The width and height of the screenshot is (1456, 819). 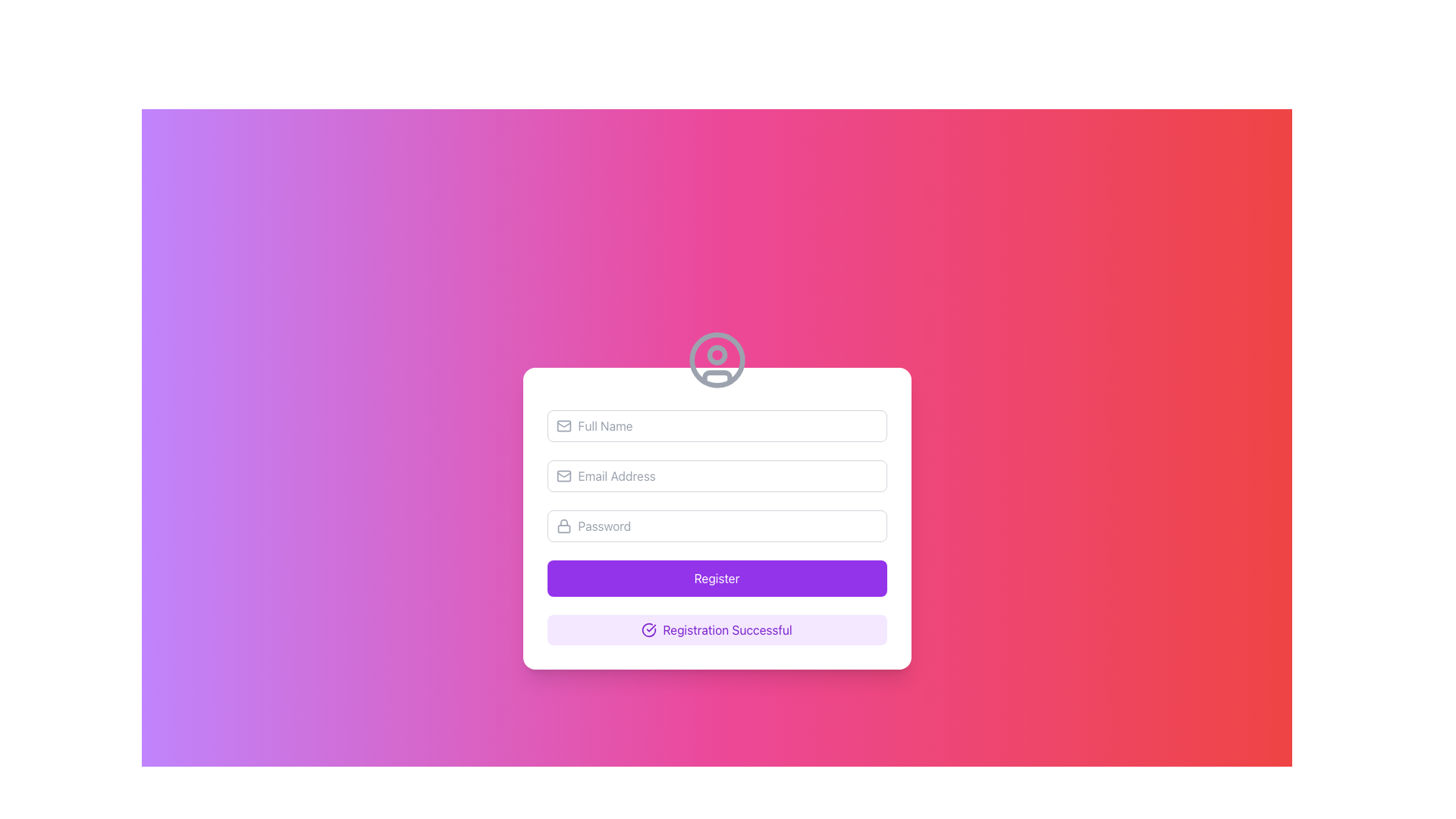 I want to click on the Text Label that displays 'Registration Successful' with a rounded rectangular light purple background and a checkmark icon, located at the bottom of the card, so click(x=716, y=629).